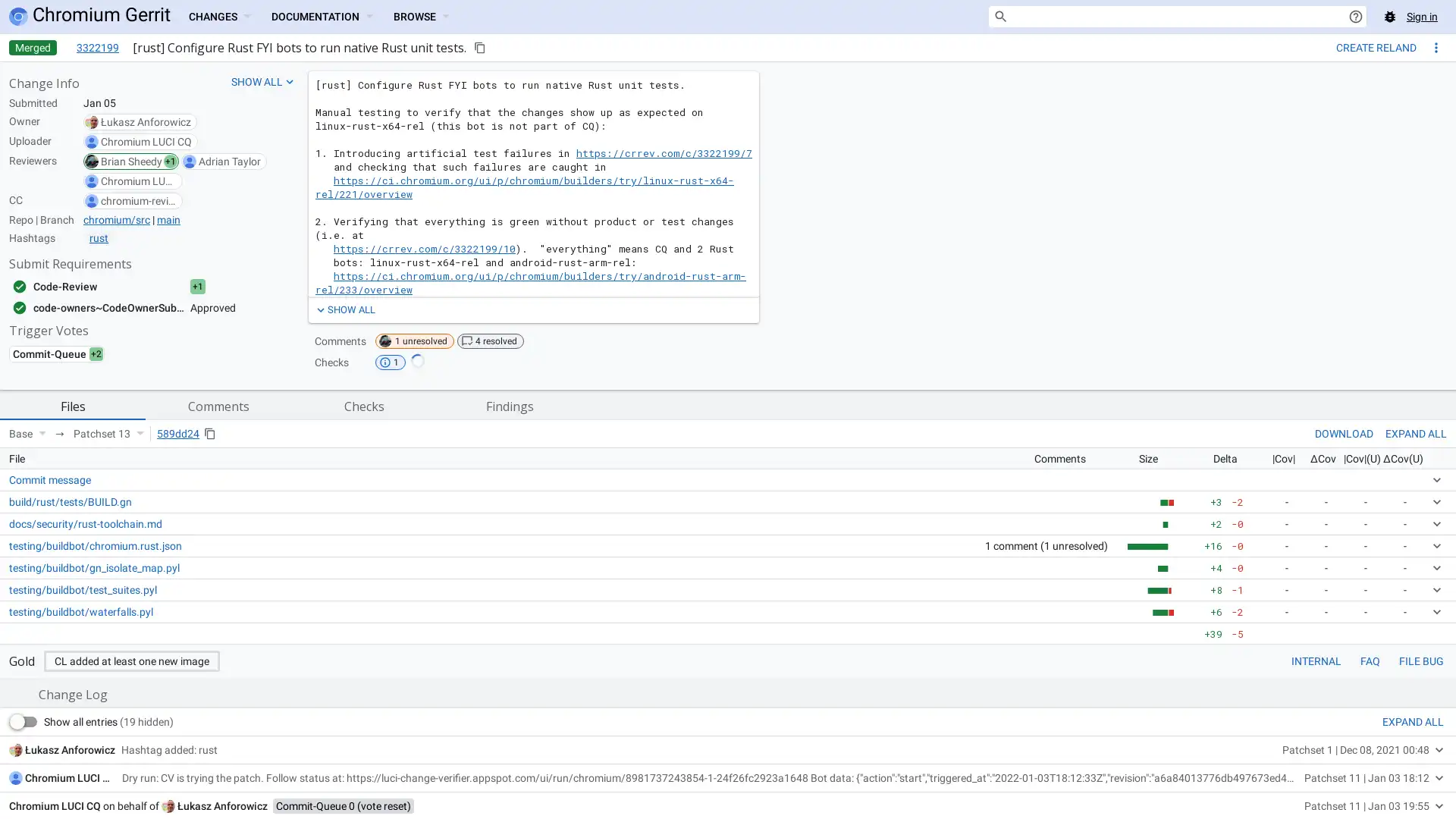 This screenshot has width=1456, height=819. What do you see at coordinates (1376, 46) in the screenshot?
I see `CREATE RELAND` at bounding box center [1376, 46].